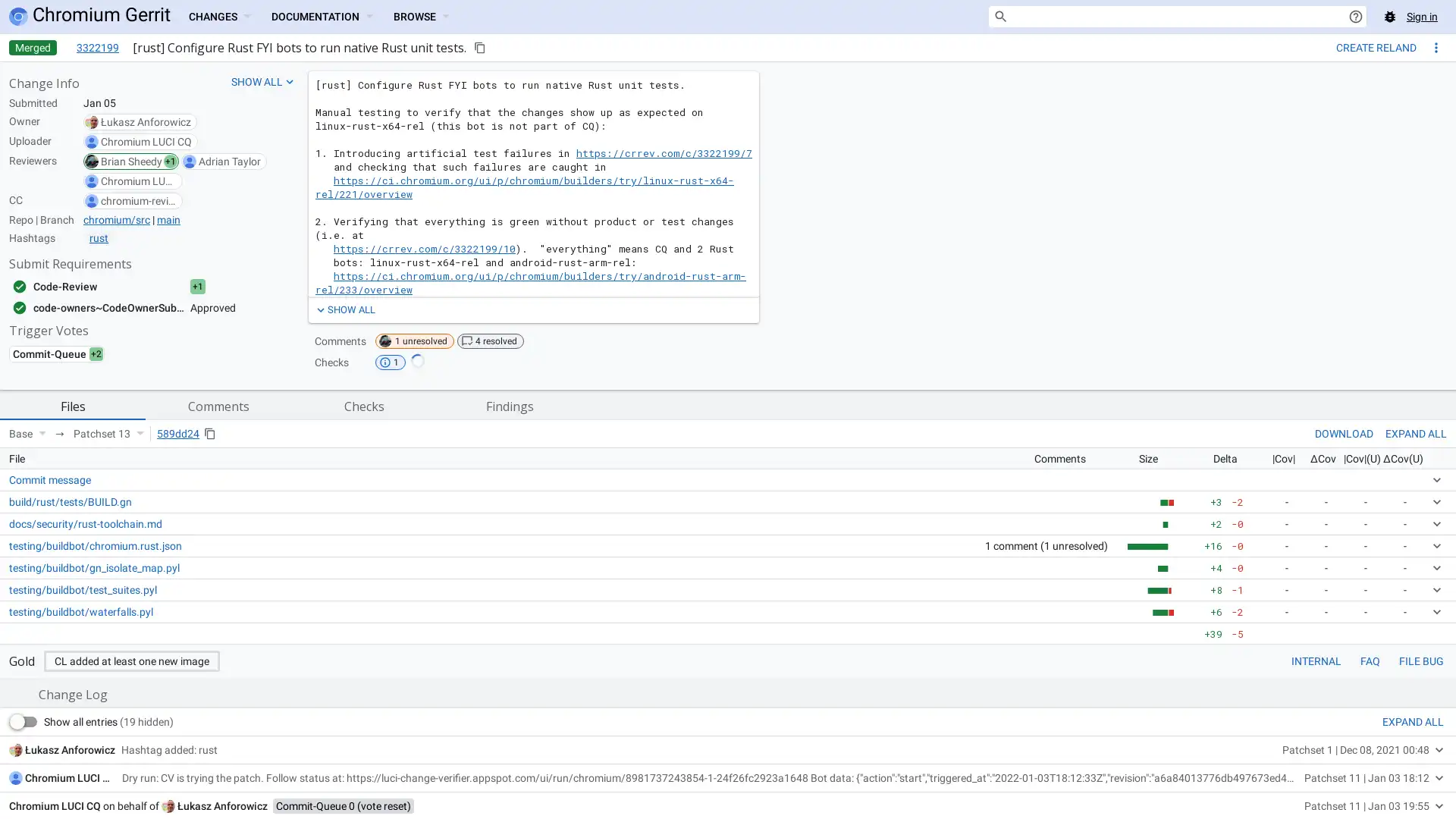 This screenshot has width=1456, height=819. What do you see at coordinates (1376, 46) in the screenshot?
I see `CREATE RELAND` at bounding box center [1376, 46].